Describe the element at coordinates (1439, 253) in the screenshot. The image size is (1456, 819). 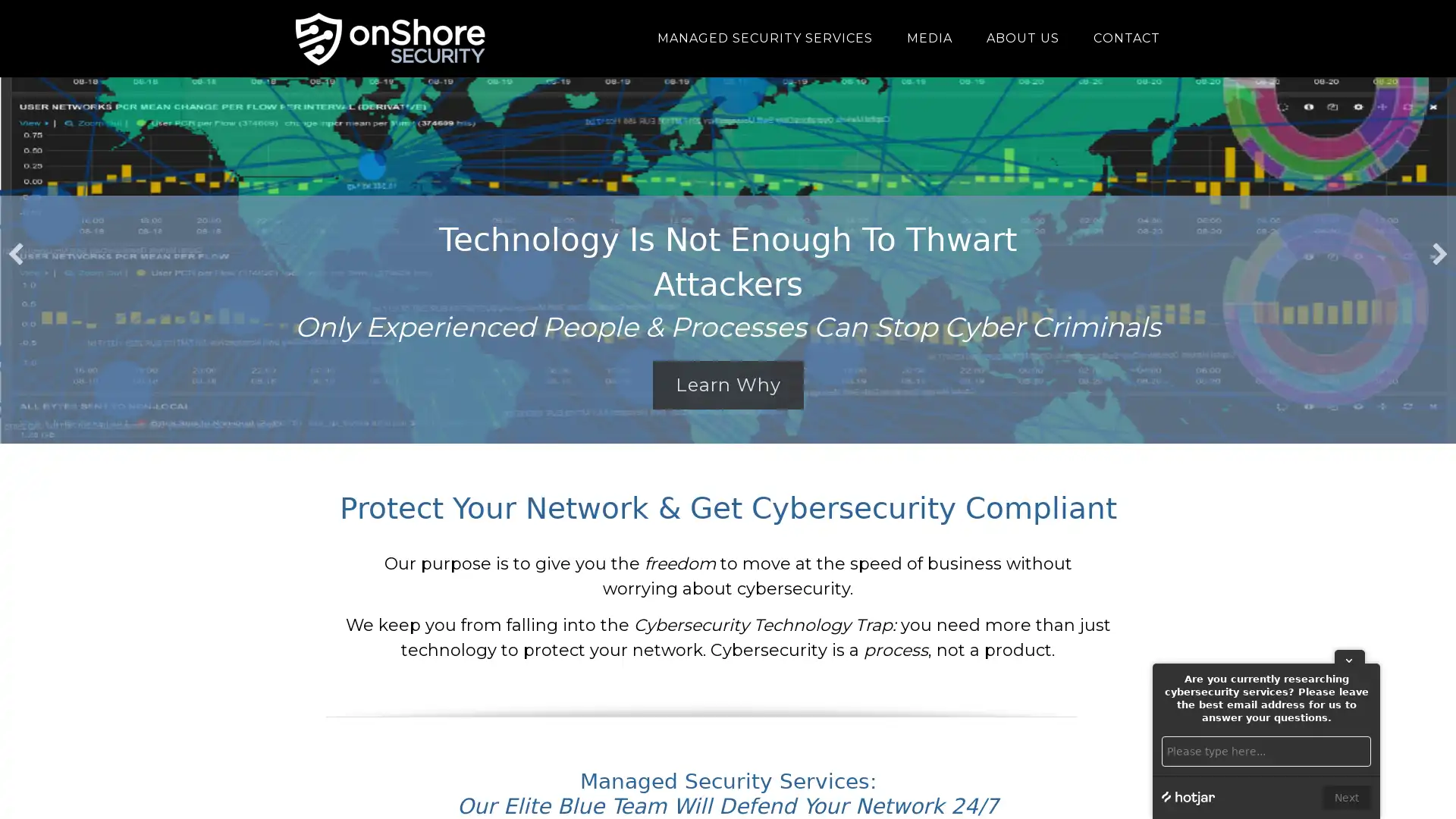
I see `next` at that location.